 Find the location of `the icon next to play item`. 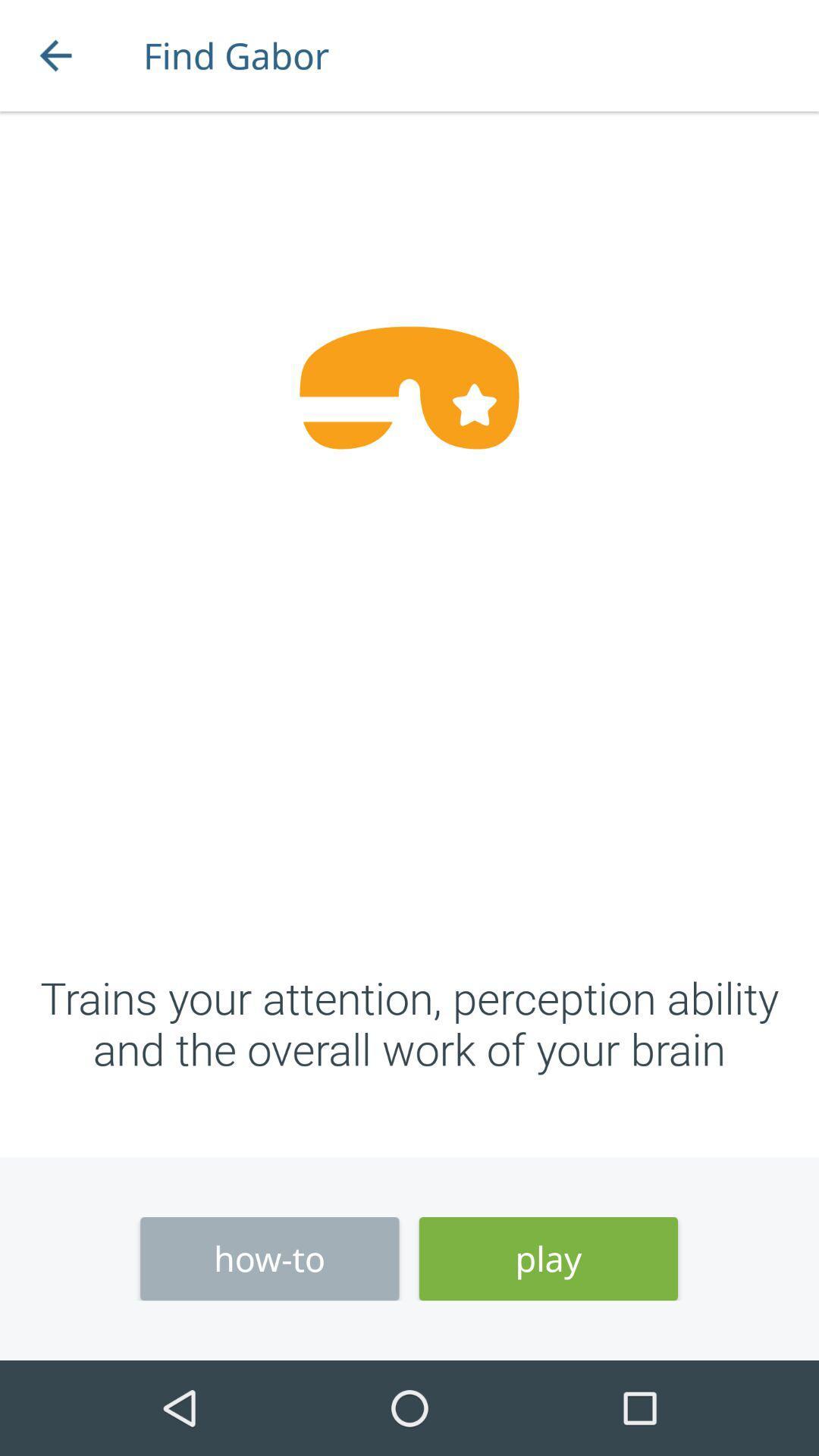

the icon next to play item is located at coordinates (268, 1259).